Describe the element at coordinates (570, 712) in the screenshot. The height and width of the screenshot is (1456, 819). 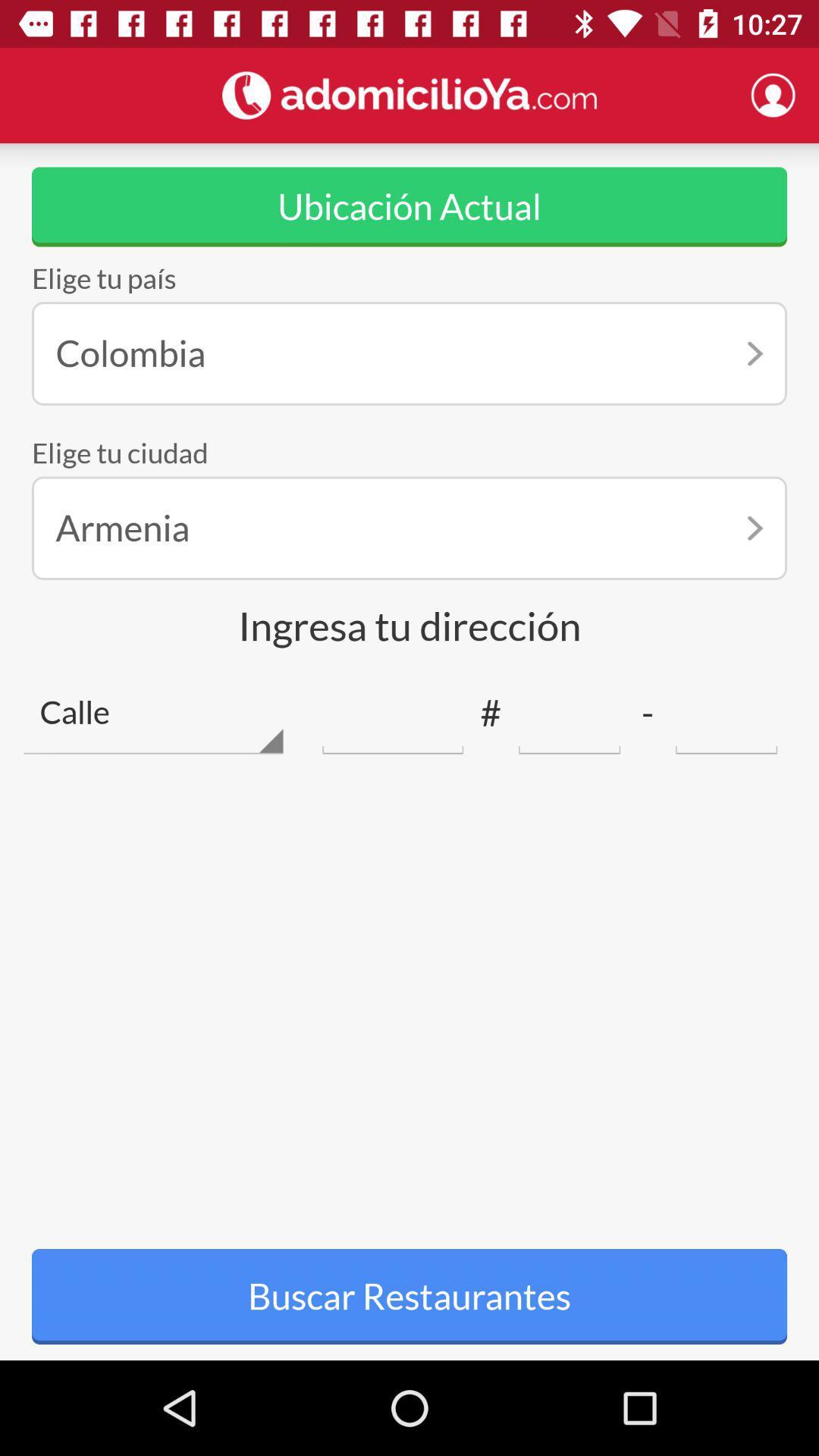
I see `phone number` at that location.